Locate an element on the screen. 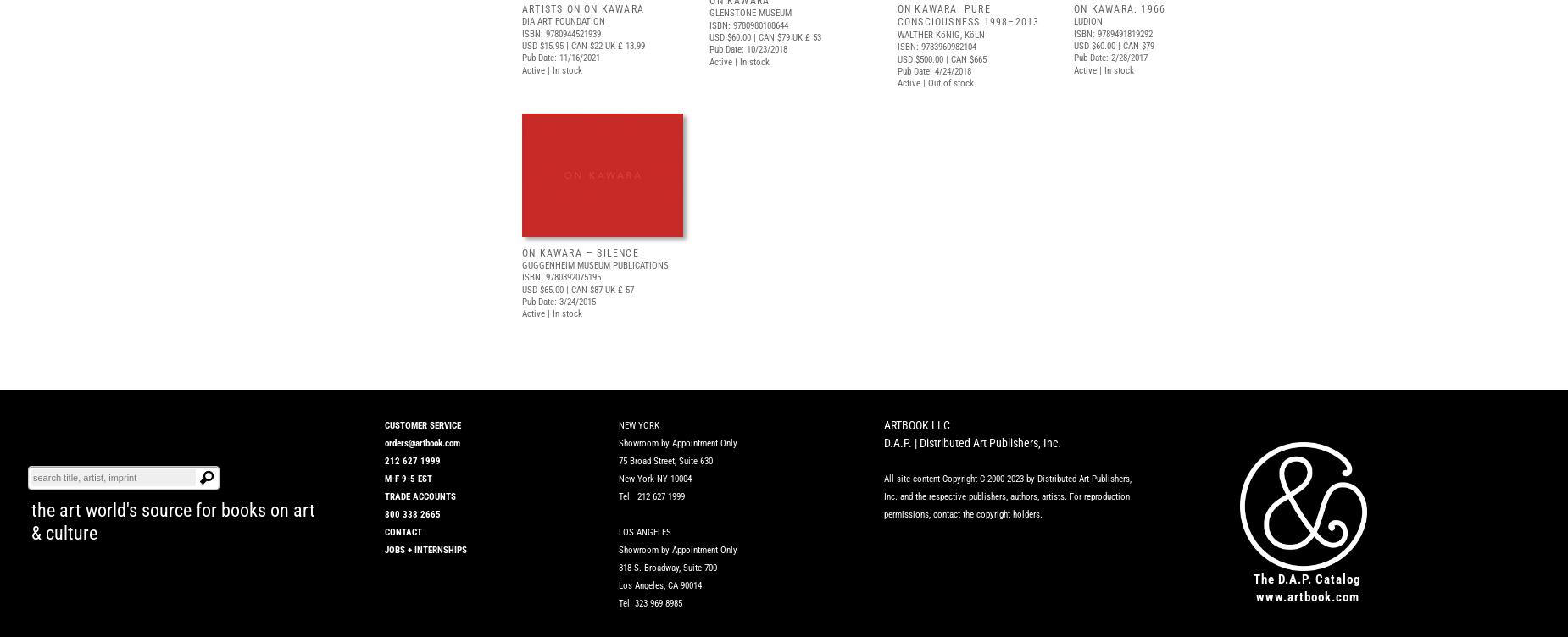 This screenshot has width=1568, height=637. 'NEW YORK' is located at coordinates (619, 424).